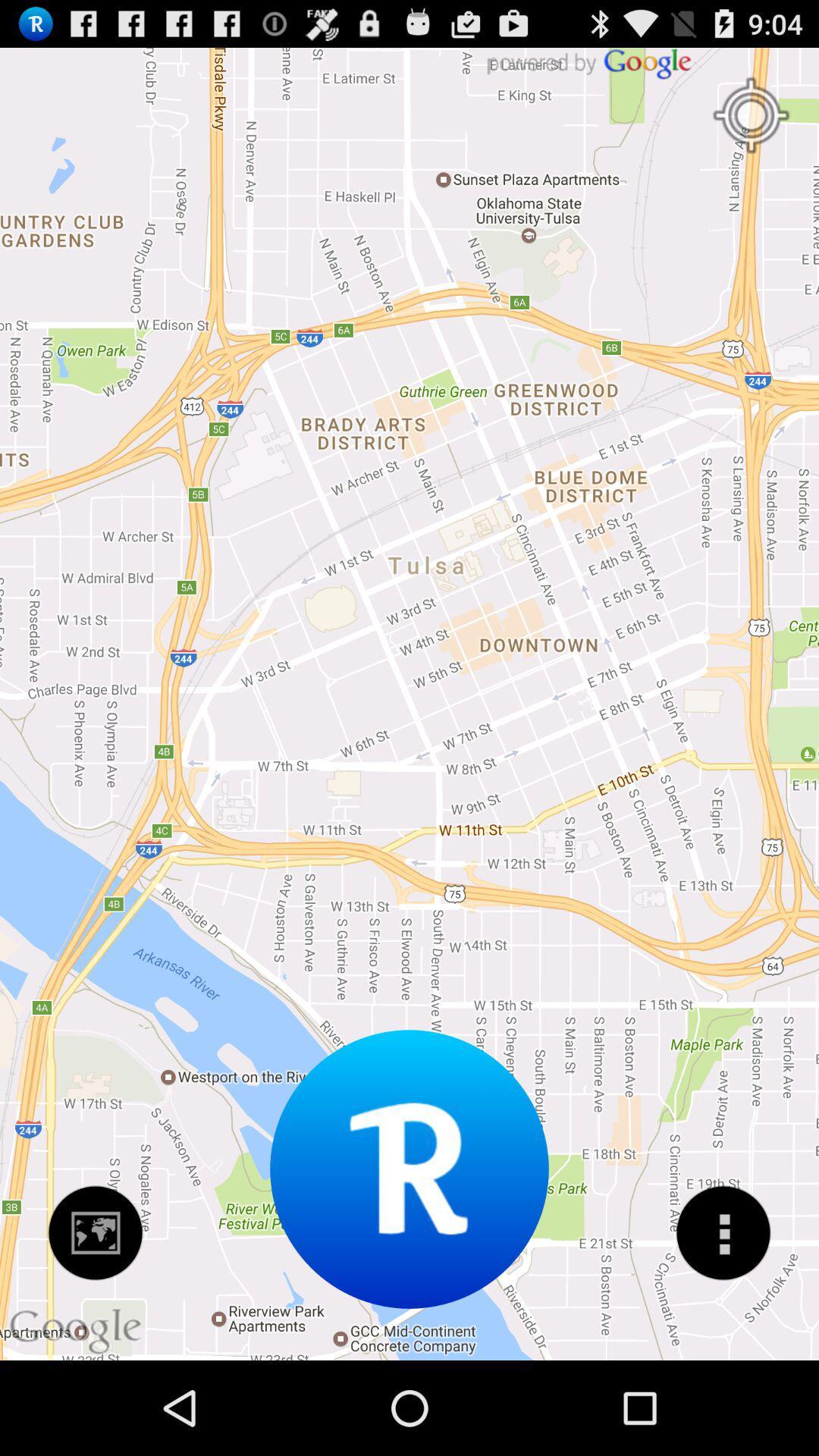  What do you see at coordinates (722, 1319) in the screenshot?
I see `the more icon` at bounding box center [722, 1319].